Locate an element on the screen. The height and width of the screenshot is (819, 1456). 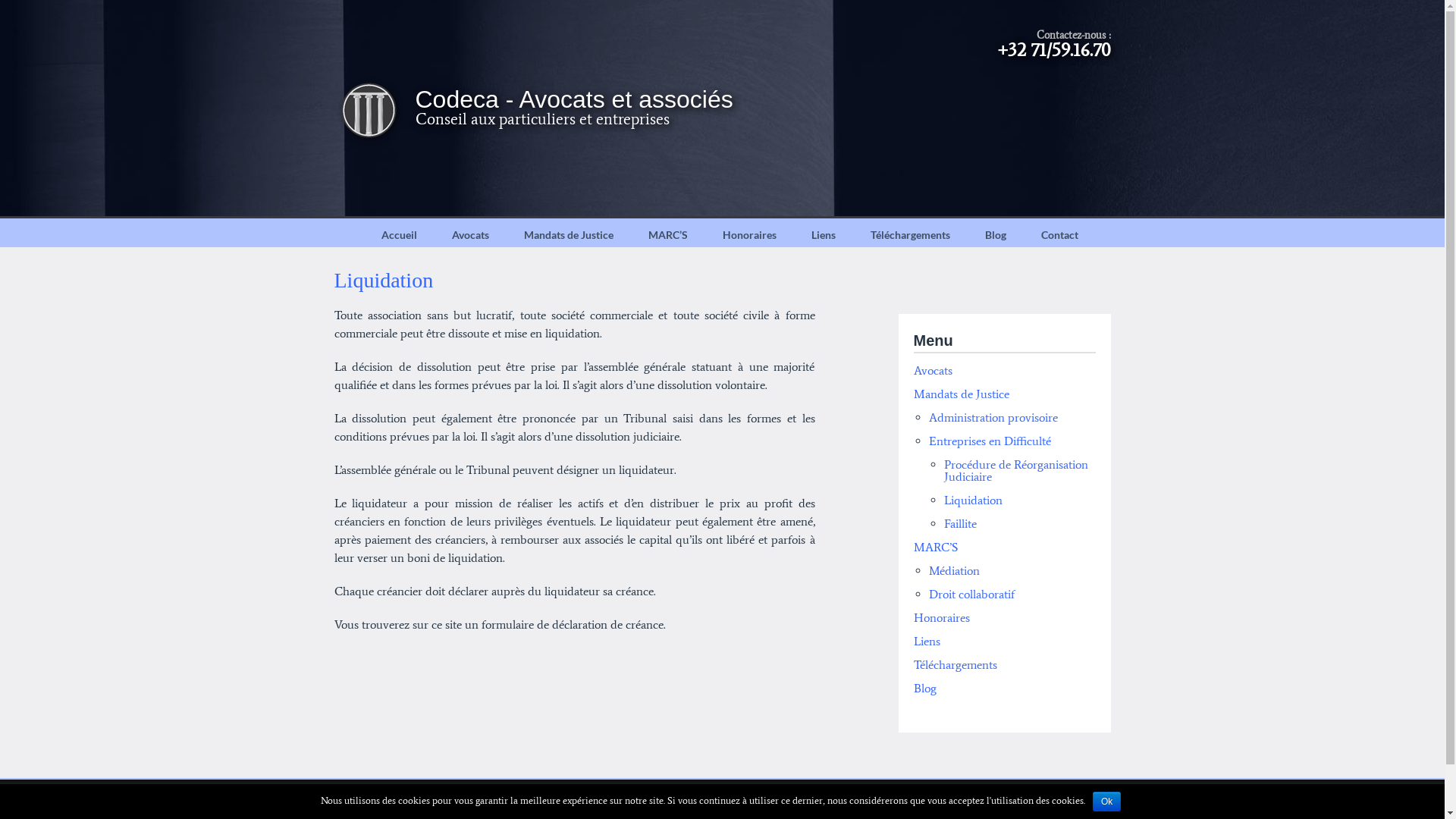
'Avocats' is located at coordinates (912, 370).